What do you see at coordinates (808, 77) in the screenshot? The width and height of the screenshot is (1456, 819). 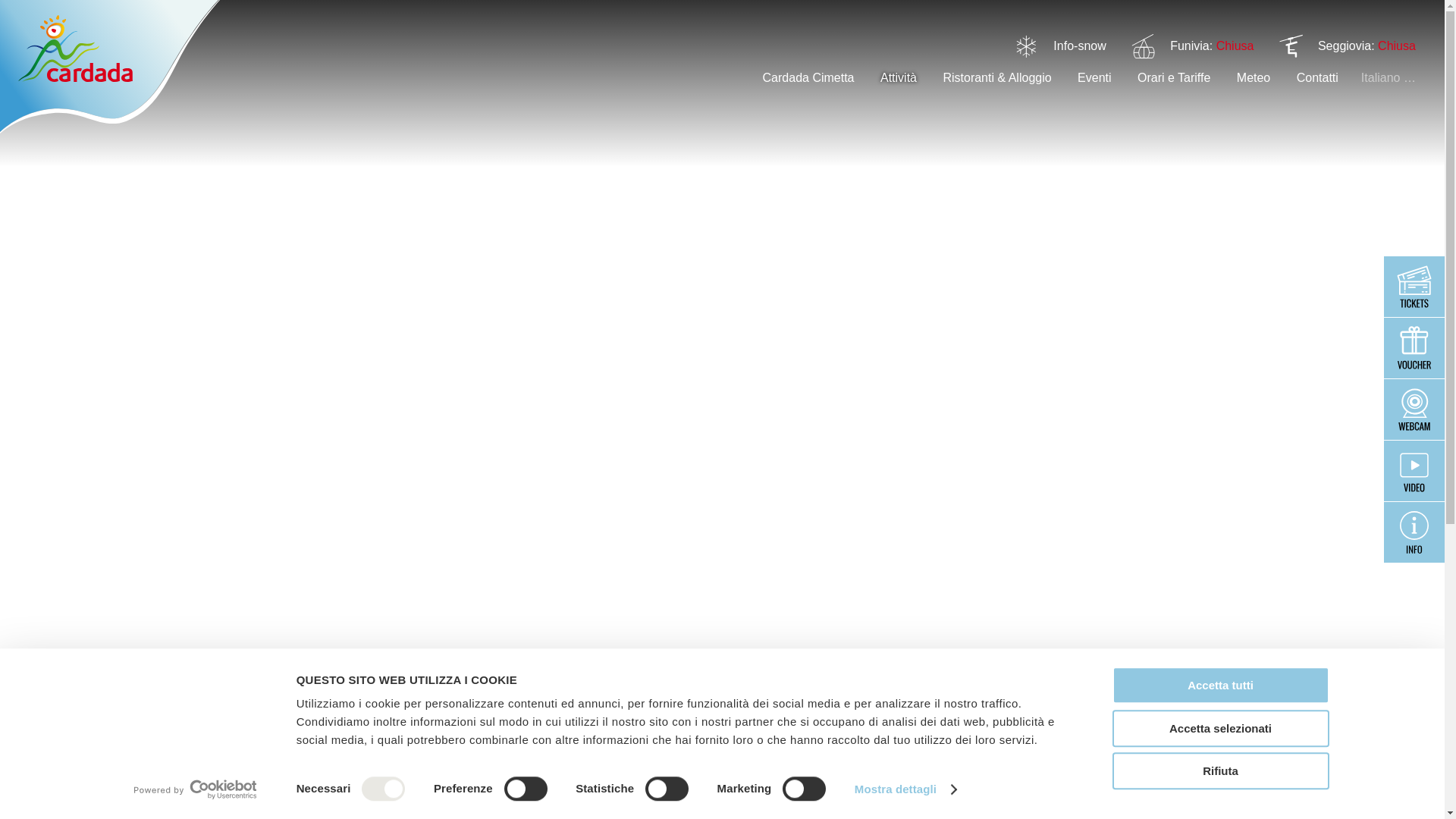 I see `'Cardada Cimetta'` at bounding box center [808, 77].